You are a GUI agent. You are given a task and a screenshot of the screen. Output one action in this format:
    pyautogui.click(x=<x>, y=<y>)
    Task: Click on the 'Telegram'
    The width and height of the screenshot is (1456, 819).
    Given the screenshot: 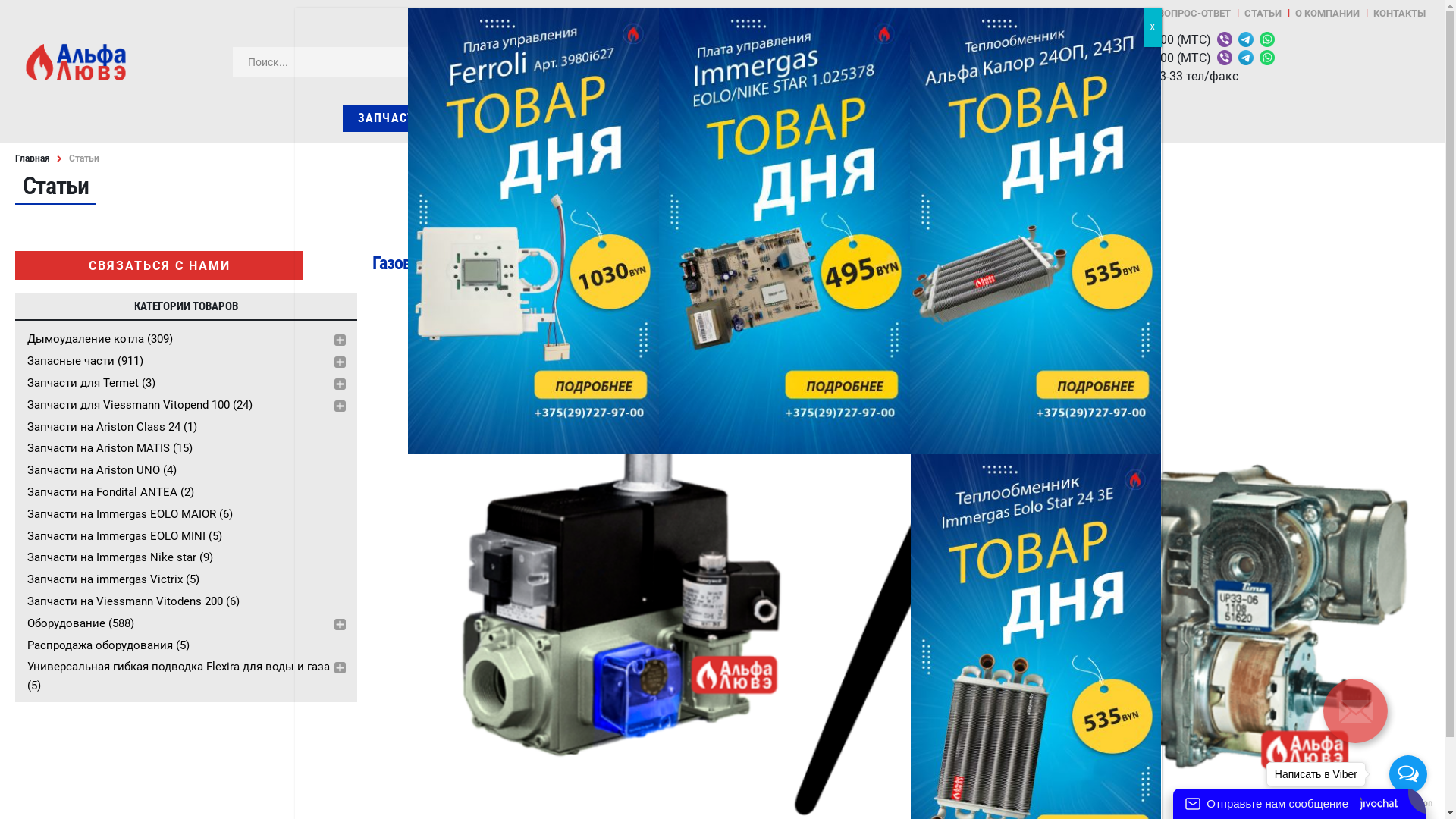 What is the action you would take?
    pyautogui.click(x=1244, y=39)
    